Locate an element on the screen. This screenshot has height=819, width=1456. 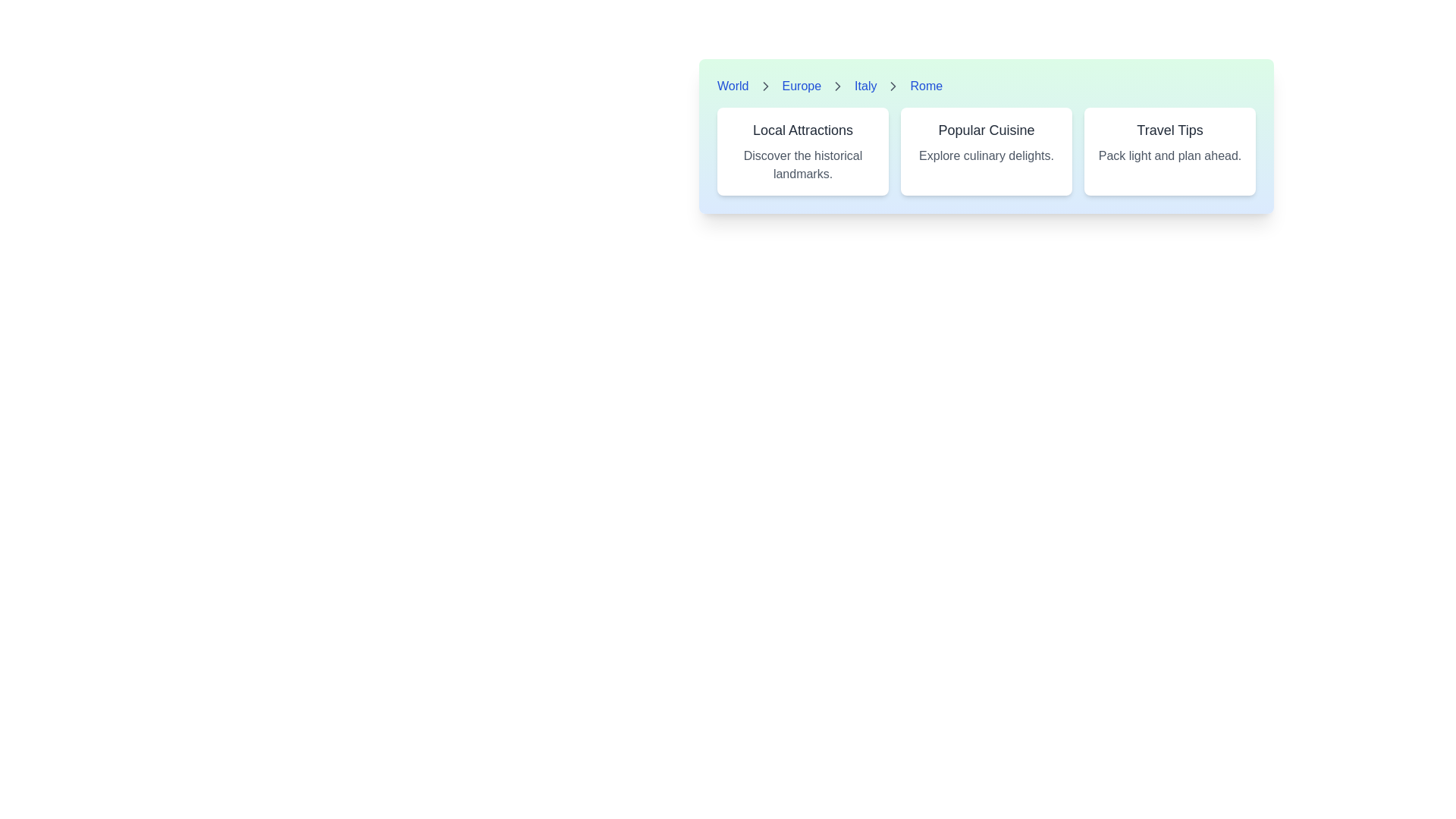
the rightward chevron icon located in the breadcrumb navigation bar immediately after the word 'Italy' is located at coordinates (837, 86).